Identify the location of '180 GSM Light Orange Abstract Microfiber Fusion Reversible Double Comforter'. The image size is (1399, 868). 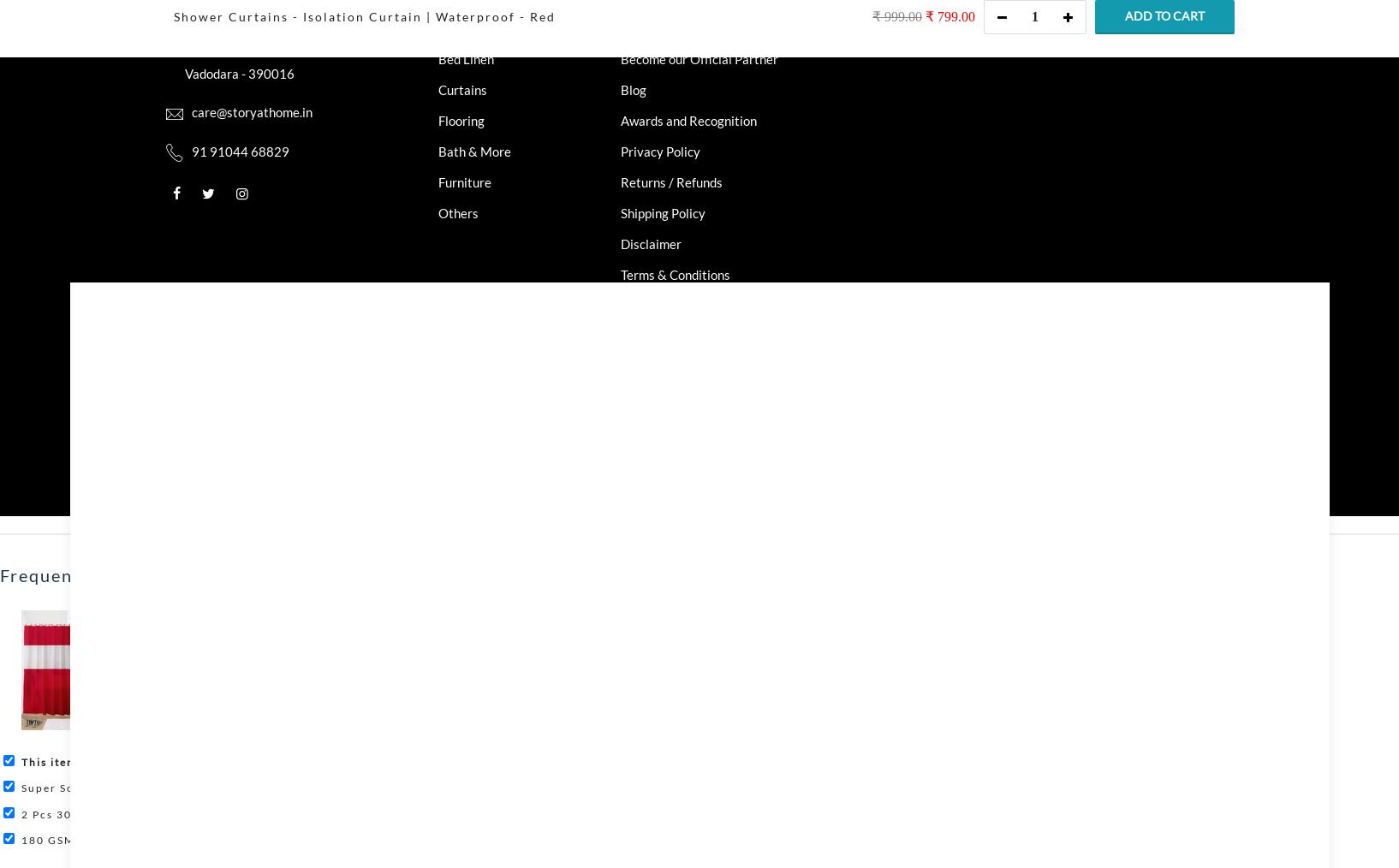
(265, 840).